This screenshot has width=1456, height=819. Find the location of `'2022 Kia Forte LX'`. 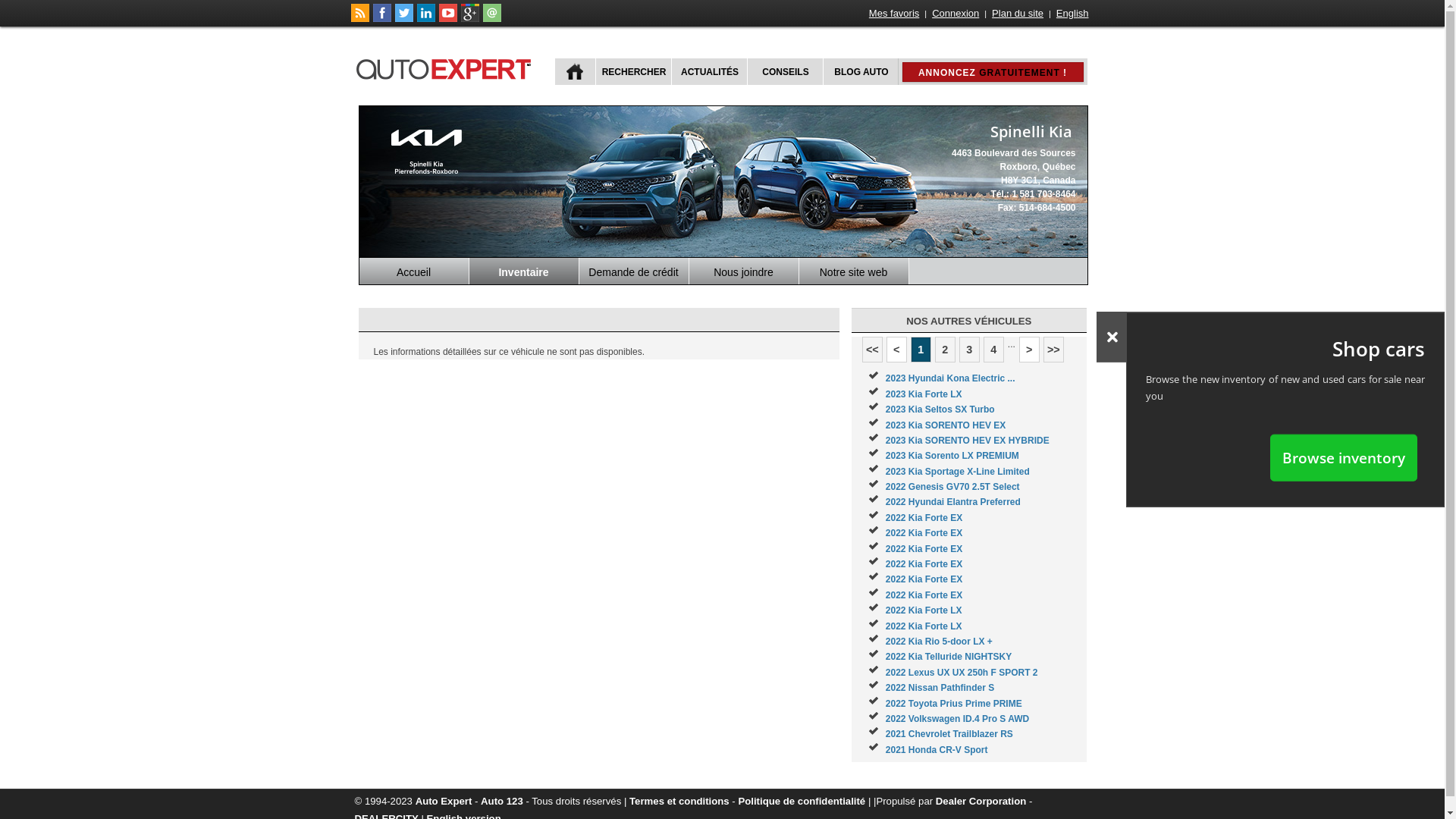

'2022 Kia Forte LX' is located at coordinates (923, 626).